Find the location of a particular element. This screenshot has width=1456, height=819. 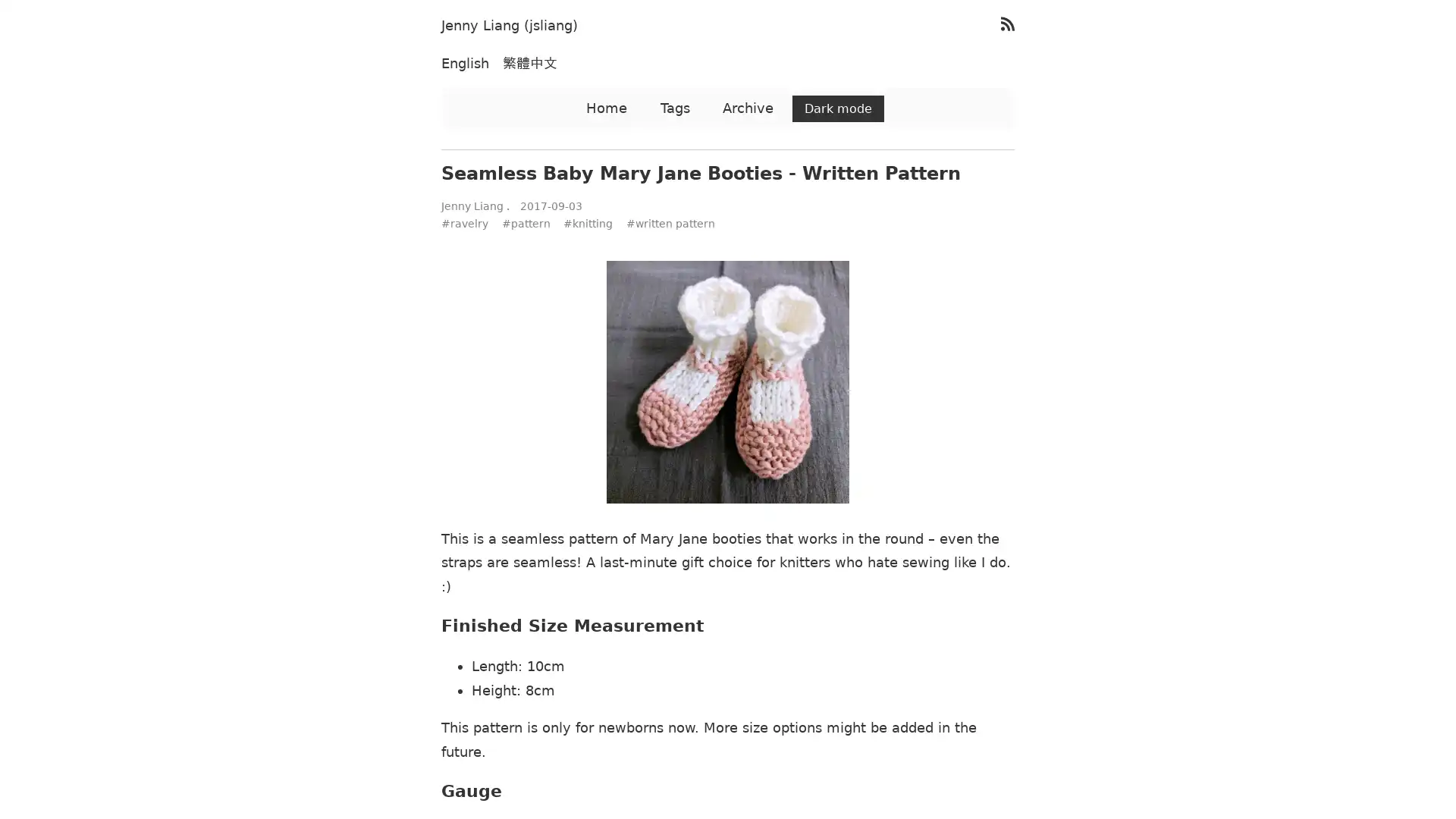

Dark mode is located at coordinates (837, 108).